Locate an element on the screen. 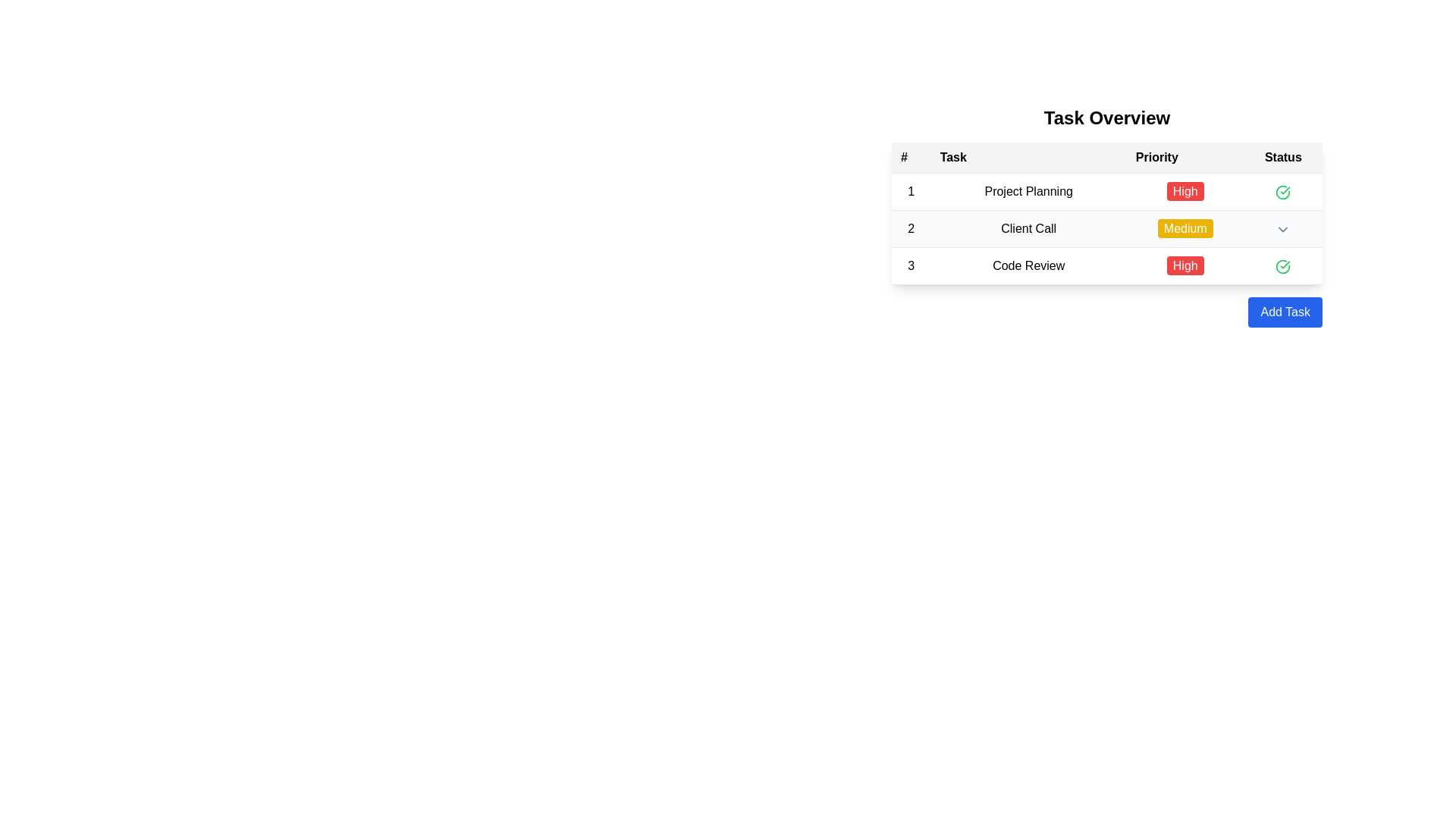 This screenshot has width=1456, height=819. the text label in the second row of the 'Task' column in the task overview table, which is located between the cells displaying '2' and 'Medium' is located at coordinates (1028, 228).